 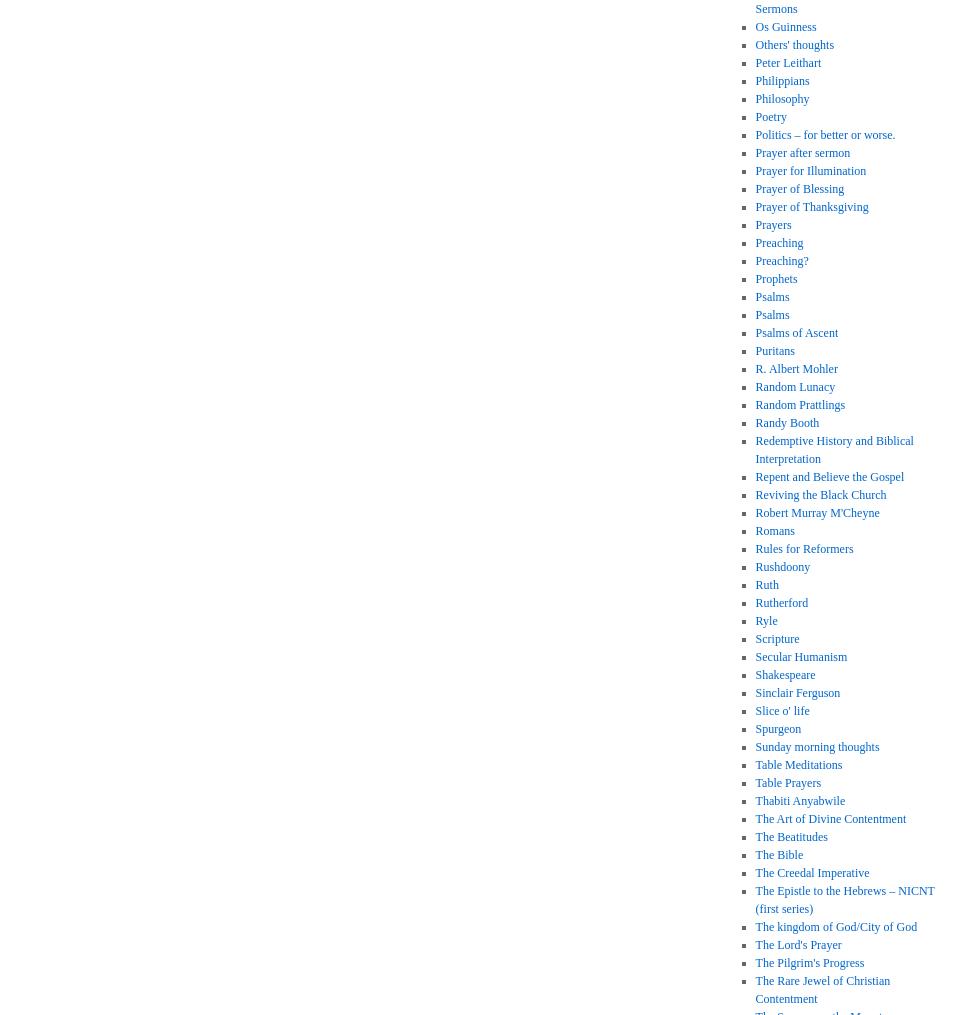 I want to click on 'Redemptive History and Biblical Interpretation', so click(x=833, y=448).